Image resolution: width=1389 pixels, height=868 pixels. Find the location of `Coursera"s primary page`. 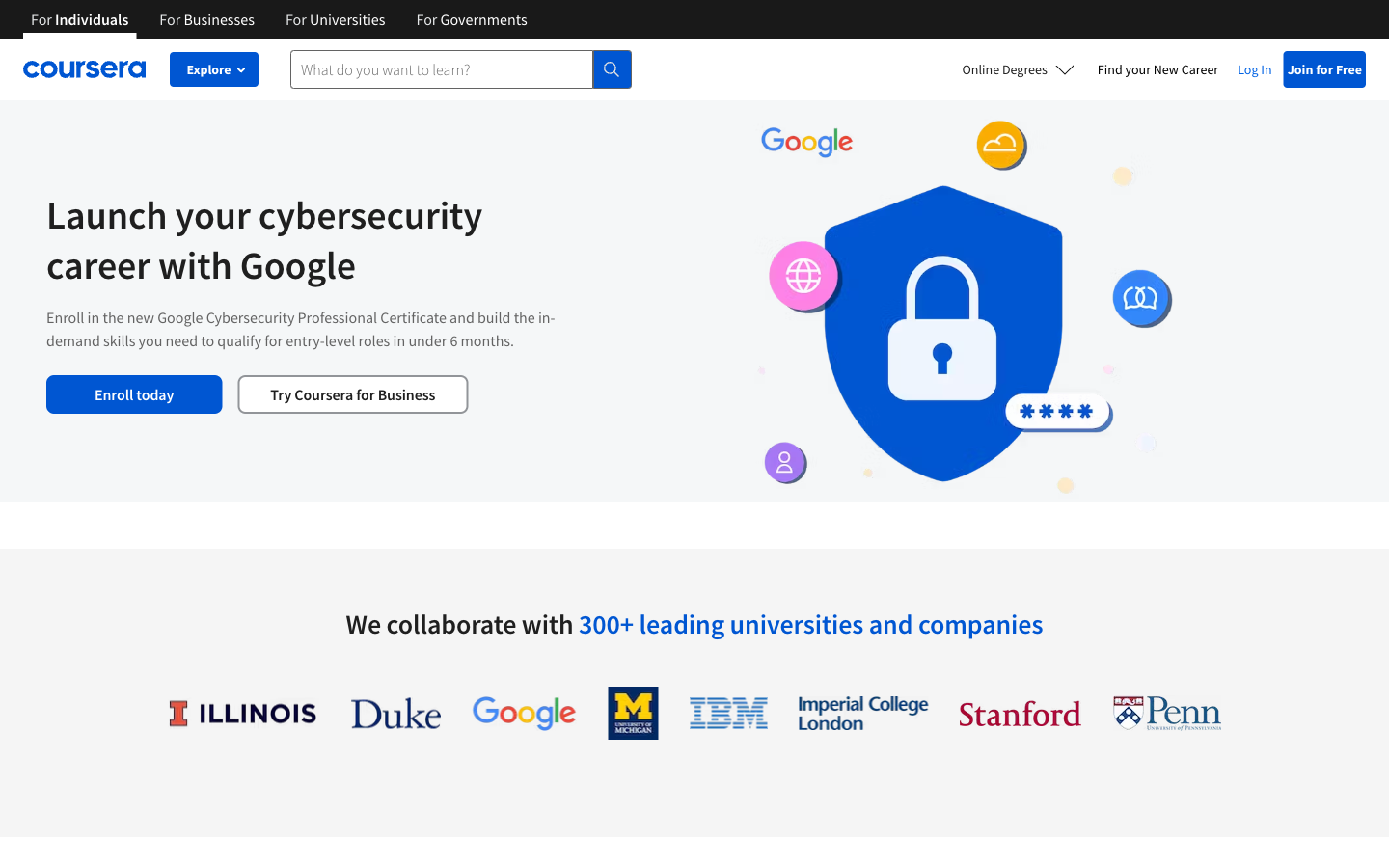

Coursera"s primary page is located at coordinates (84, 68).